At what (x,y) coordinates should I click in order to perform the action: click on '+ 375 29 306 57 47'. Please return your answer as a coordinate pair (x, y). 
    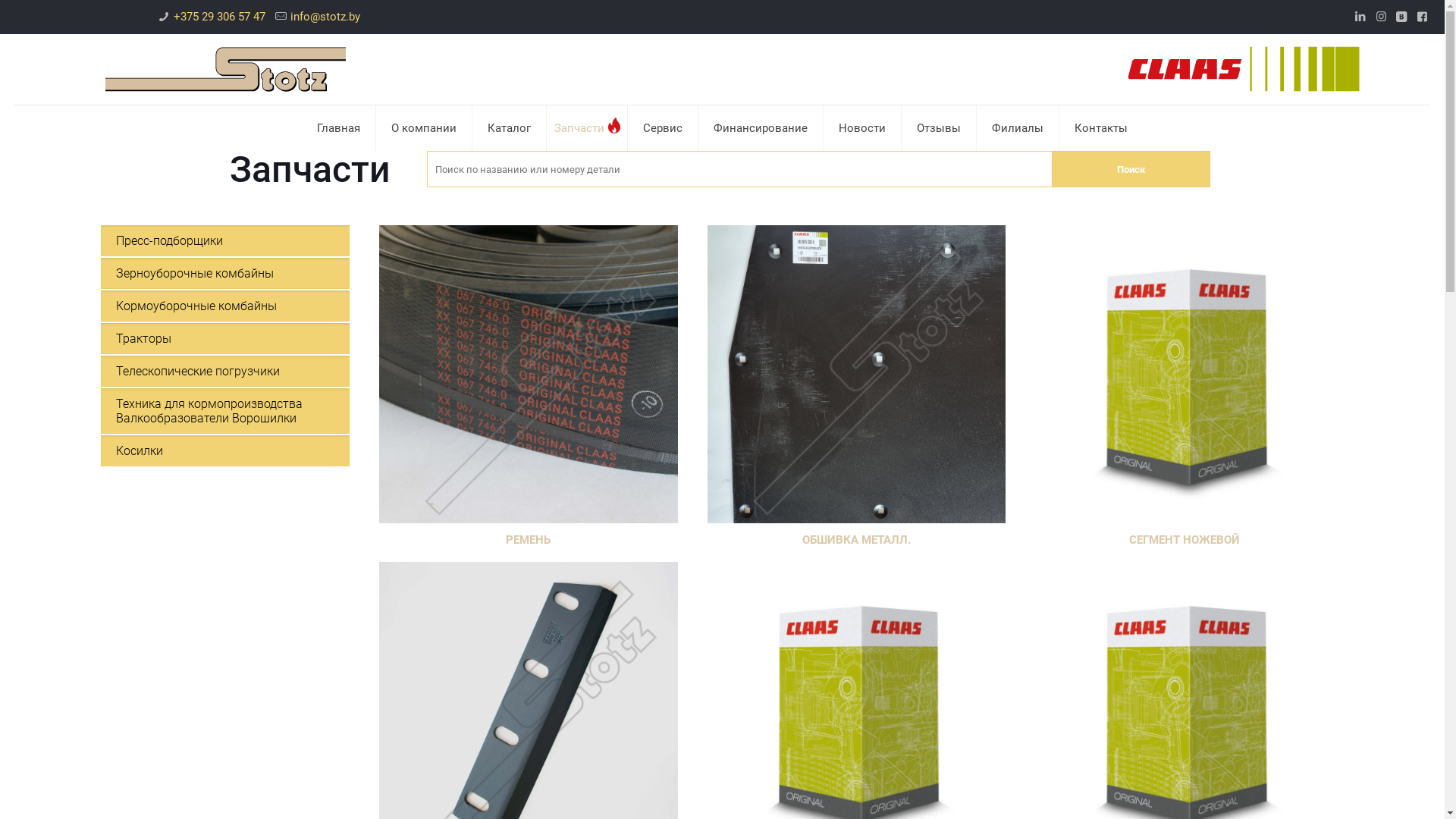
    Looking at the image, I should click on (1002, 562).